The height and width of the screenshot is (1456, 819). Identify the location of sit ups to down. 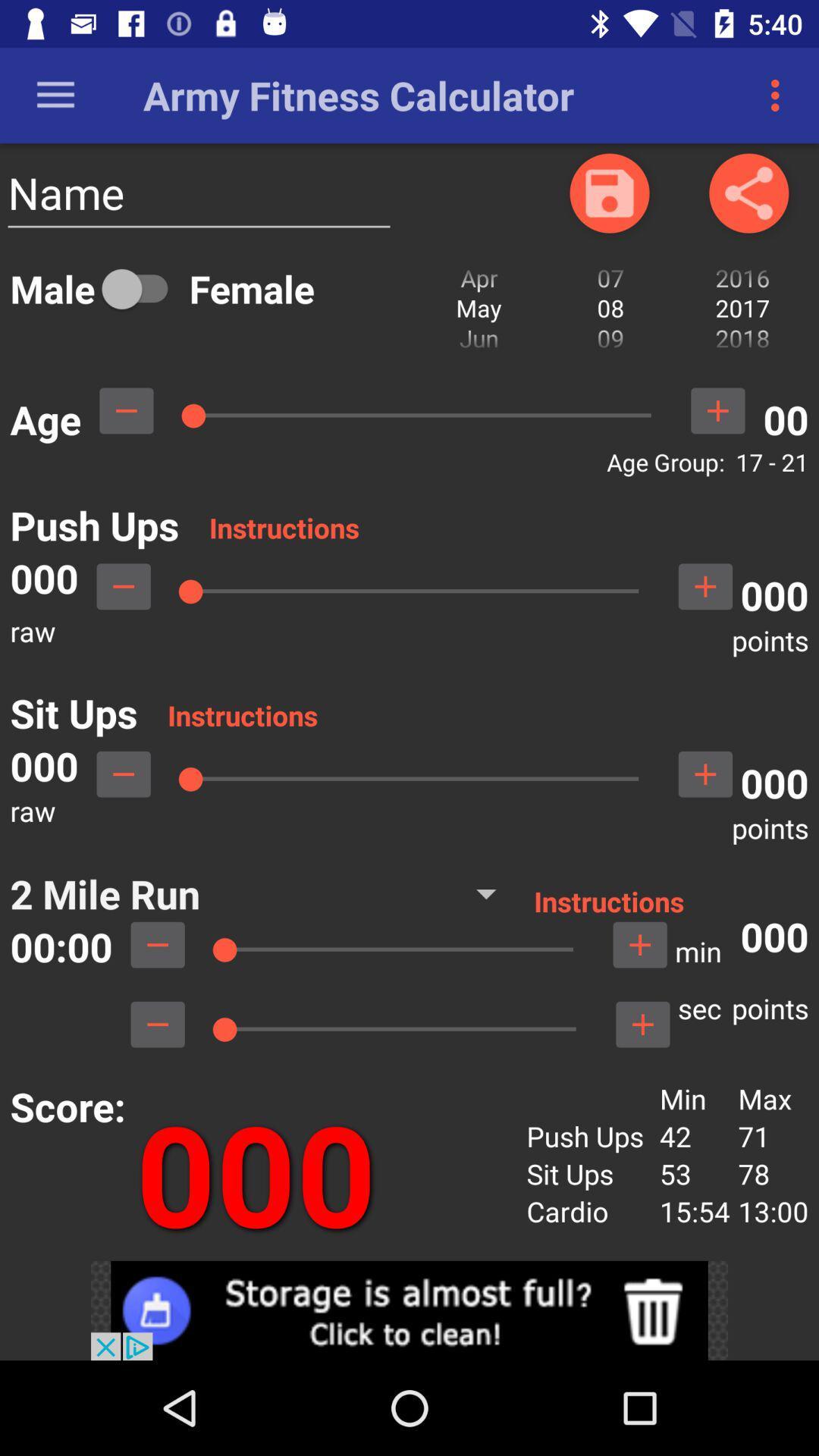
(123, 774).